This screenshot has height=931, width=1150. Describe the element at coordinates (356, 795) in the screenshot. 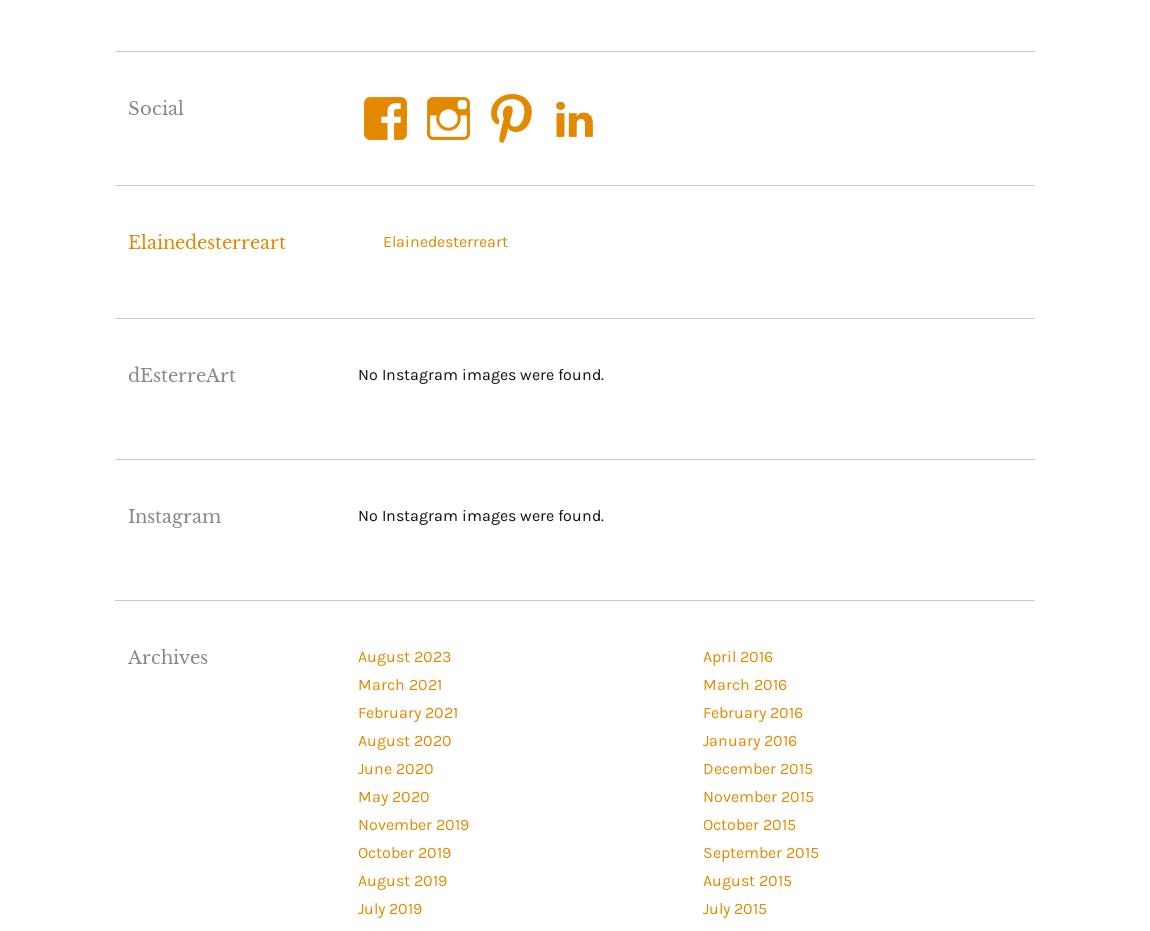

I see `'May 2020'` at that location.